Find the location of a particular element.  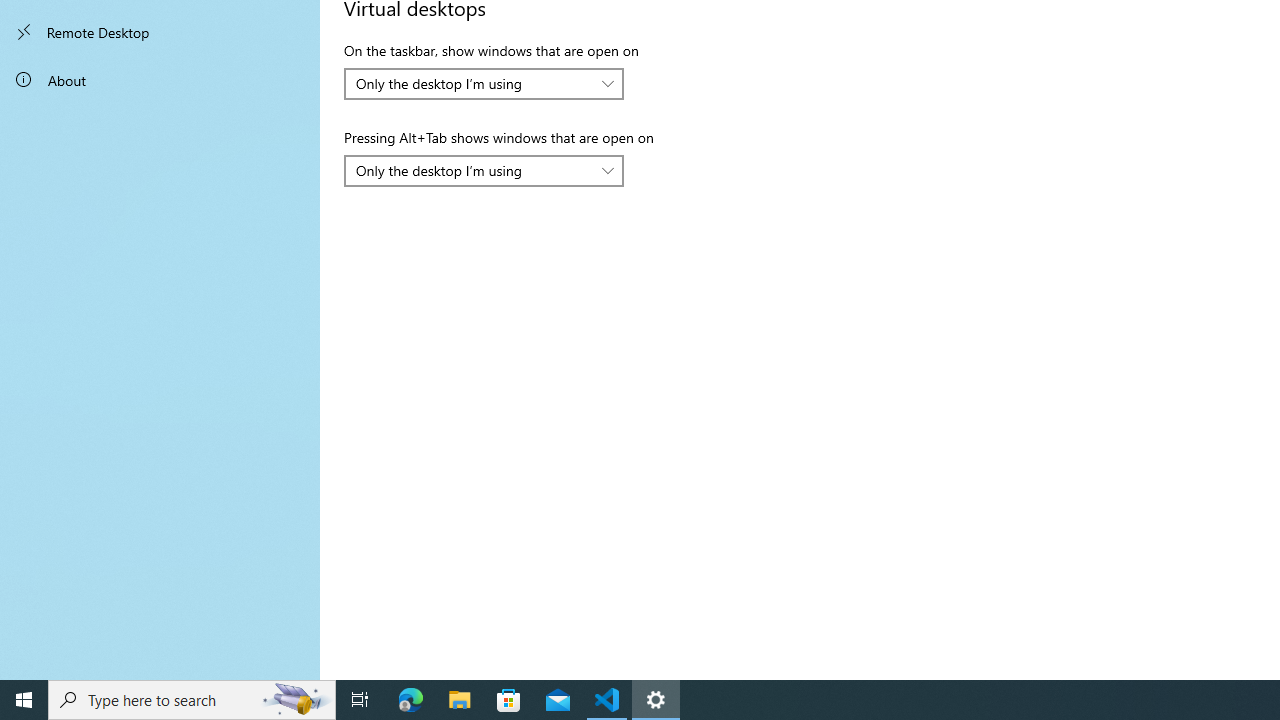

'Search highlights icon opens search home window' is located at coordinates (294, 698).